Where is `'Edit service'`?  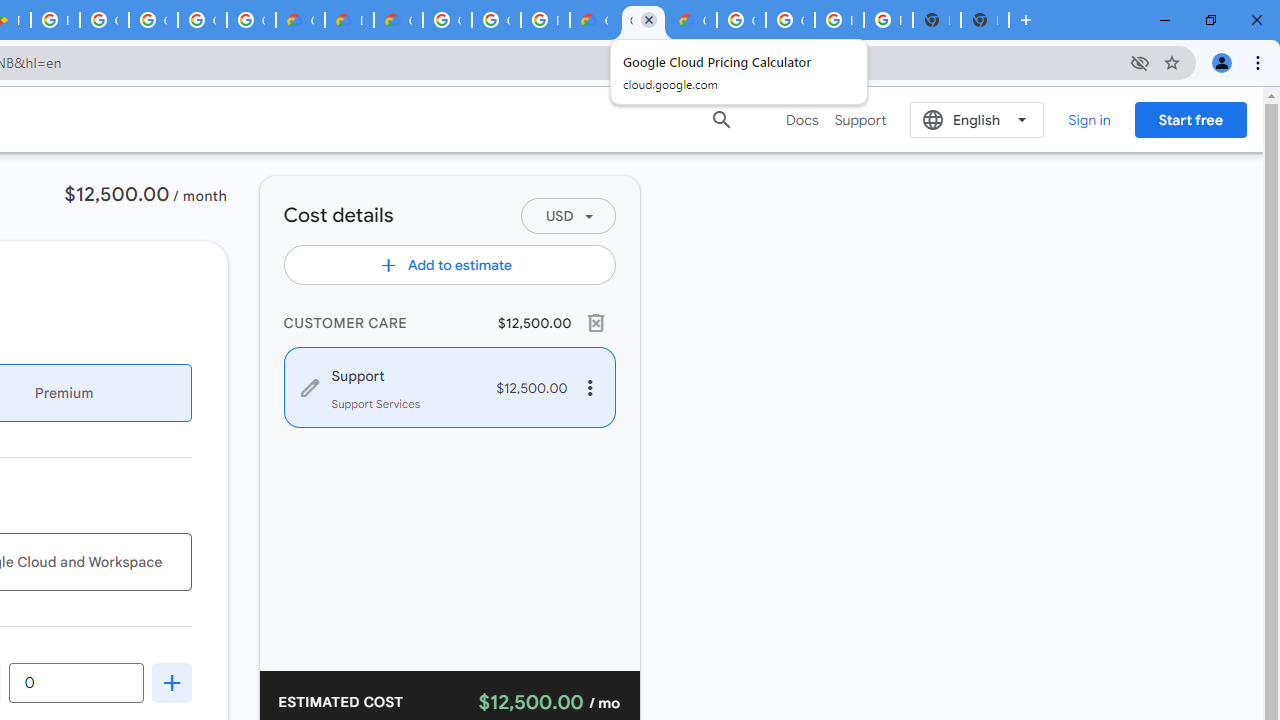
'Edit service' is located at coordinates (308, 387).